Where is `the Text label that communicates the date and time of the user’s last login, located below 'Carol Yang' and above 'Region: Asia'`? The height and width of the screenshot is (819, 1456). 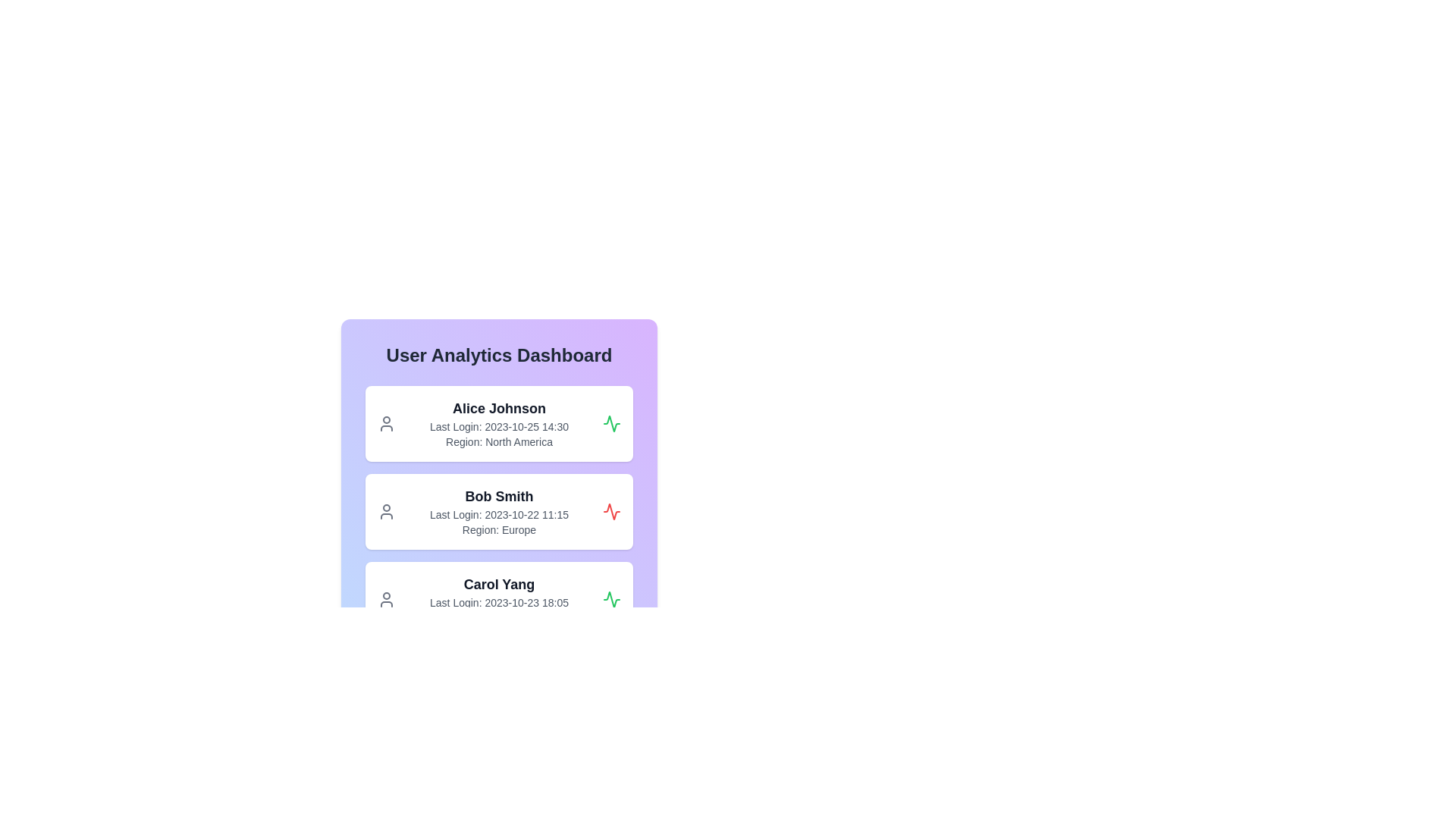 the Text label that communicates the date and time of the user’s last login, located below 'Carol Yang' and above 'Region: Asia' is located at coordinates (499, 601).